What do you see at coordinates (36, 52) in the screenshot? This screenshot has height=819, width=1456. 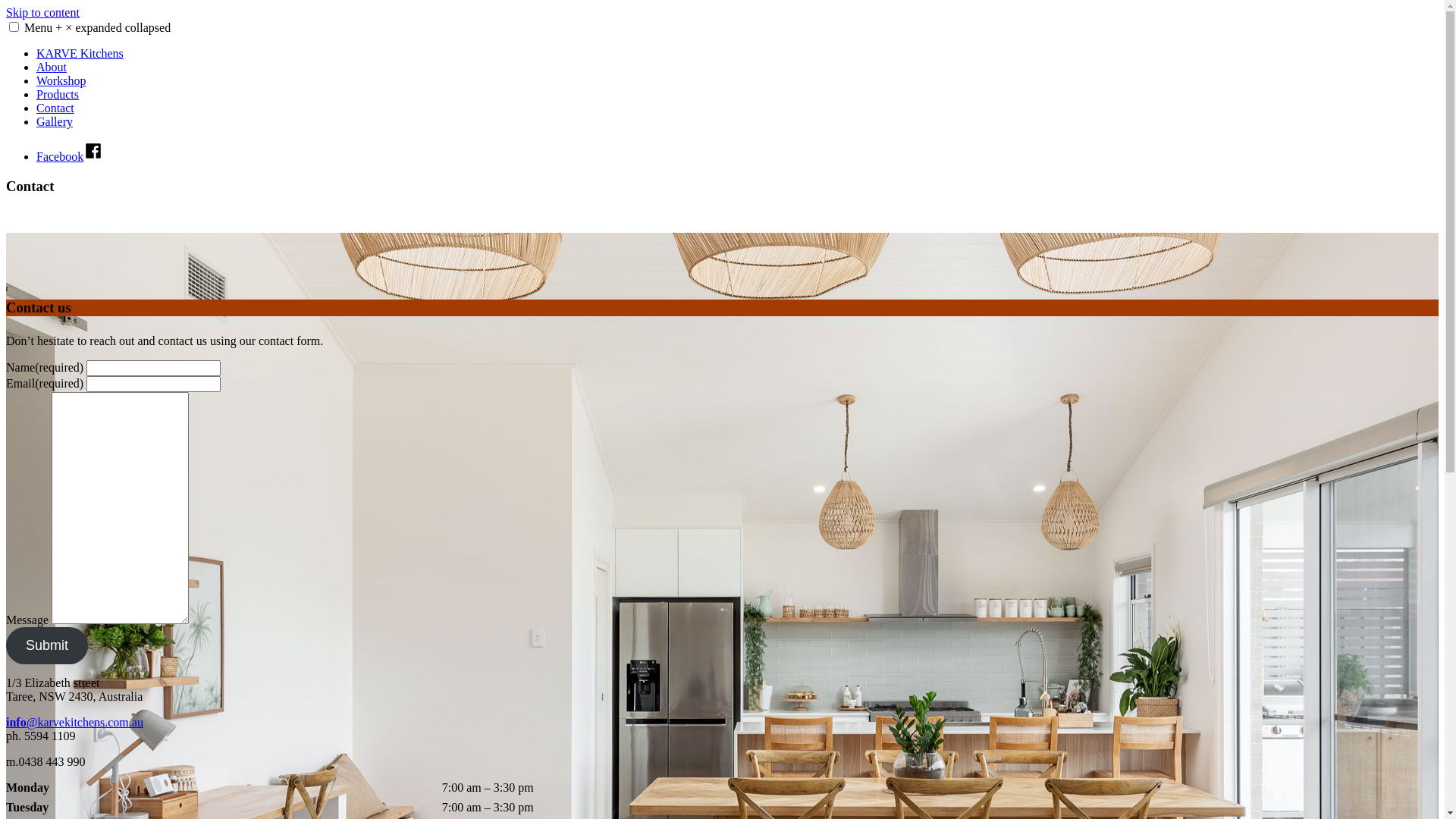 I see `'KARVE Kitchens'` at bounding box center [36, 52].